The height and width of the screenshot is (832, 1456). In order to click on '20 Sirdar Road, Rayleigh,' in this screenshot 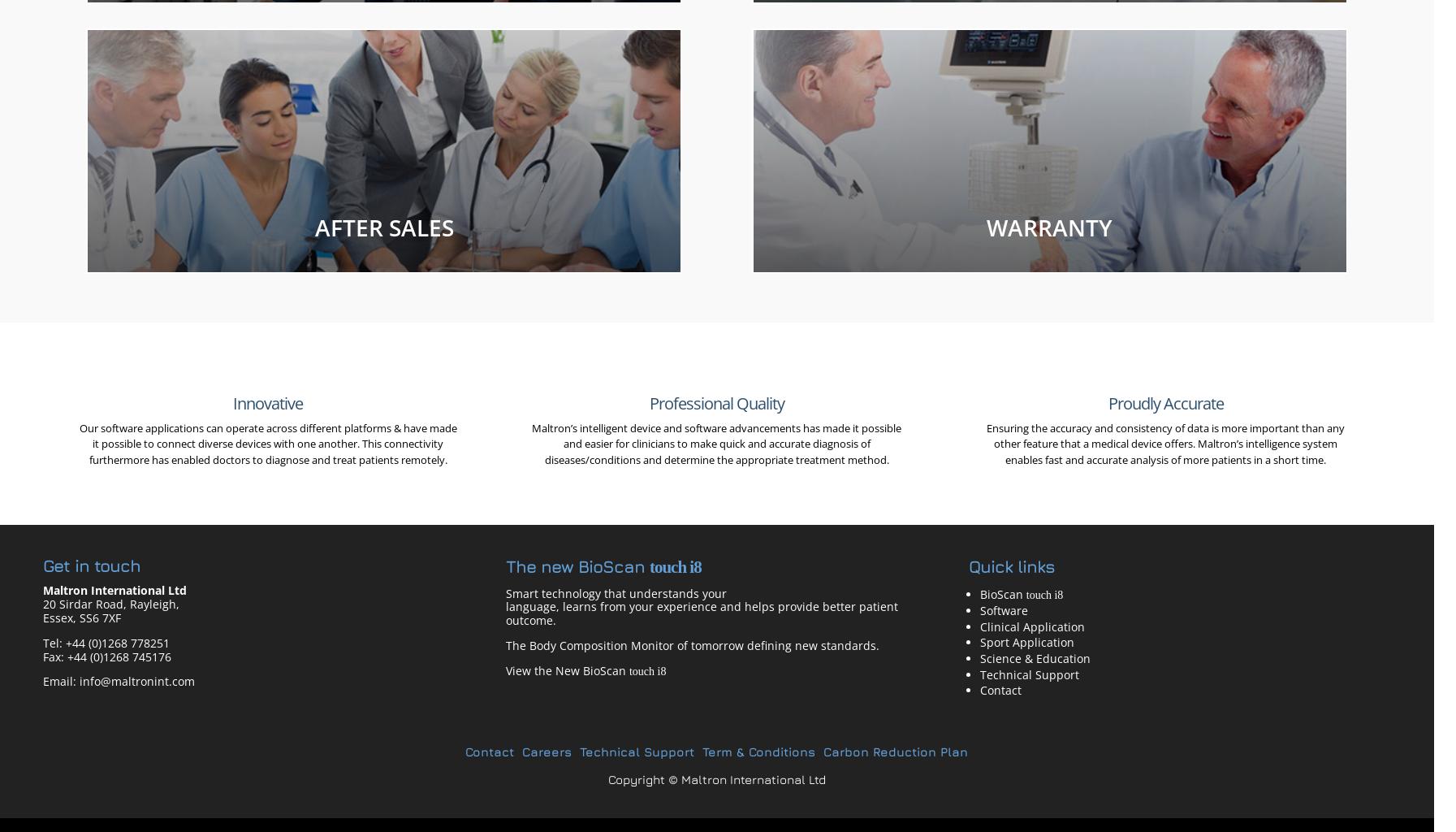, I will do `click(41, 603)`.